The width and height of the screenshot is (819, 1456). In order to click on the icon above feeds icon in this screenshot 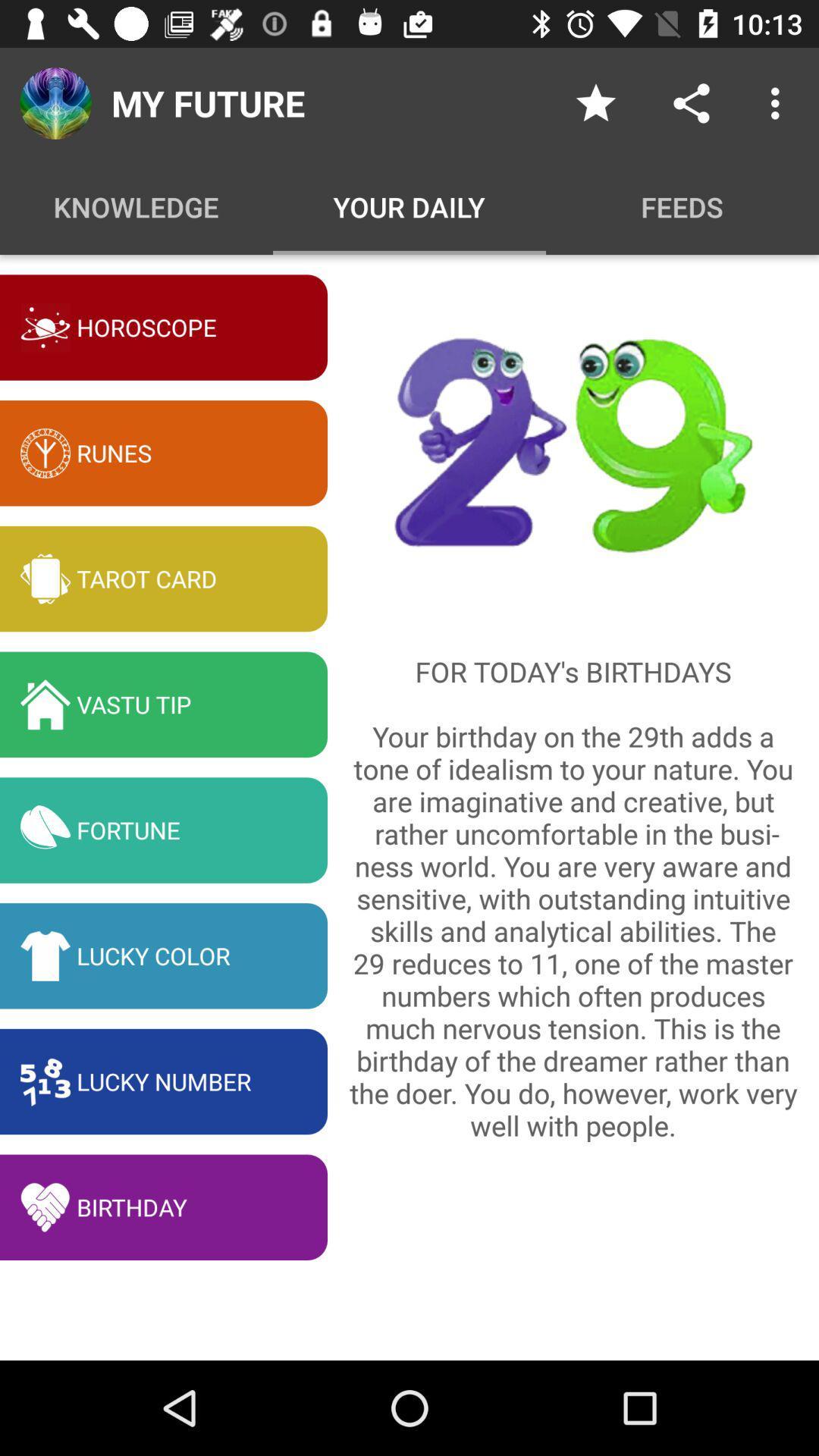, I will do `click(595, 102)`.